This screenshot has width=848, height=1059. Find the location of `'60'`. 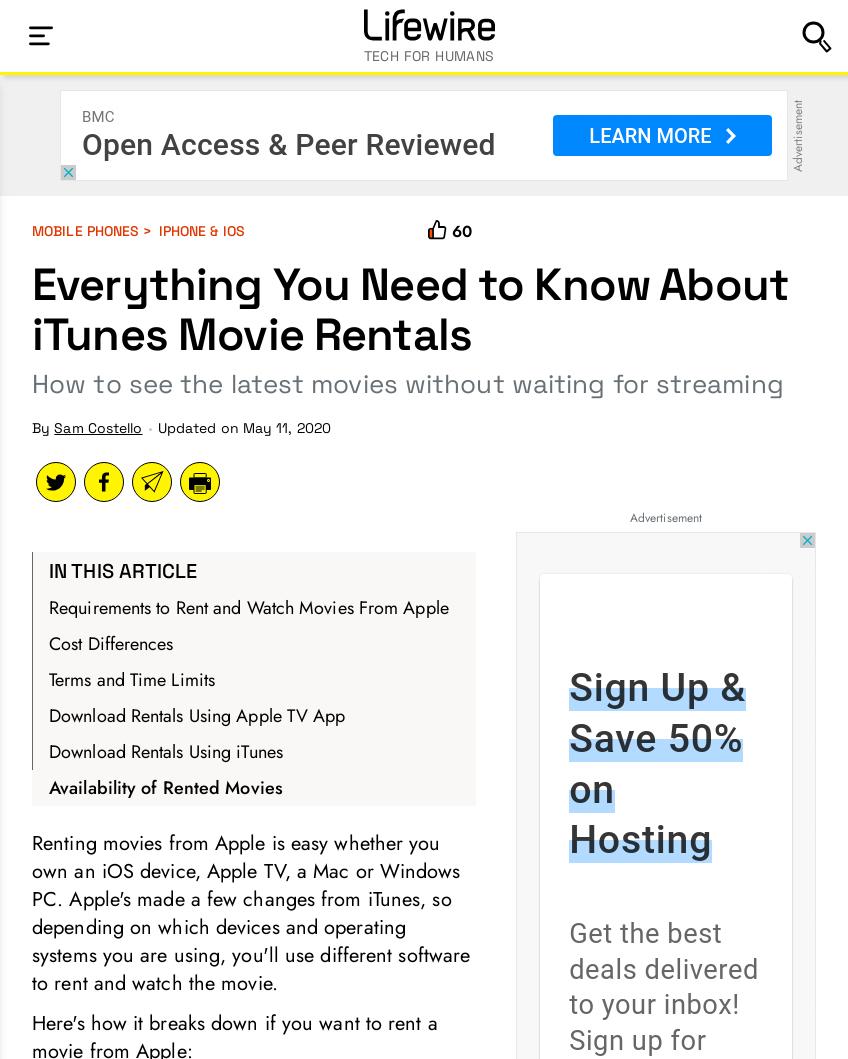

'60' is located at coordinates (460, 231).